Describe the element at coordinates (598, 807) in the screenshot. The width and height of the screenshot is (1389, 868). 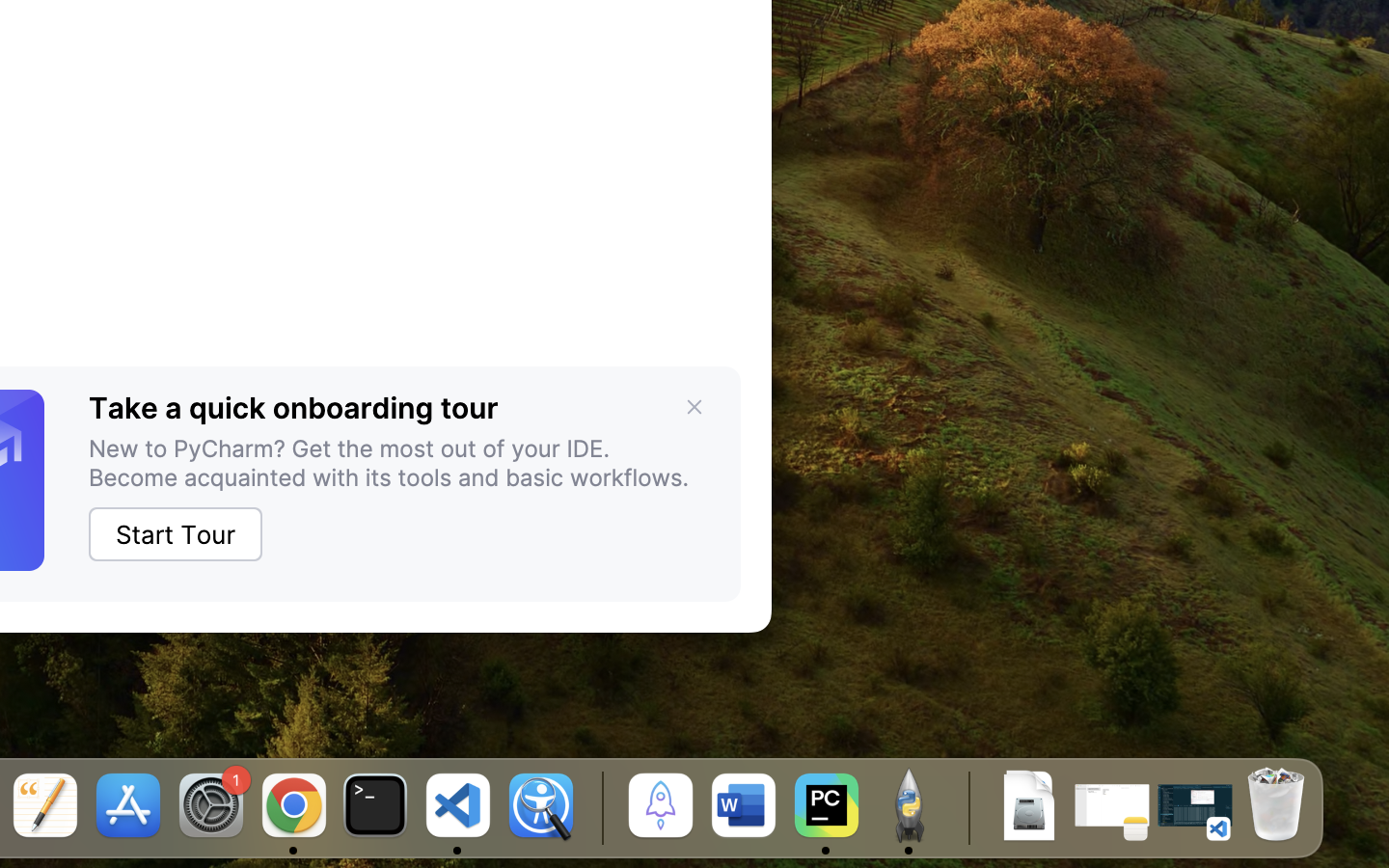
I see `'0.4285714328289032'` at that location.